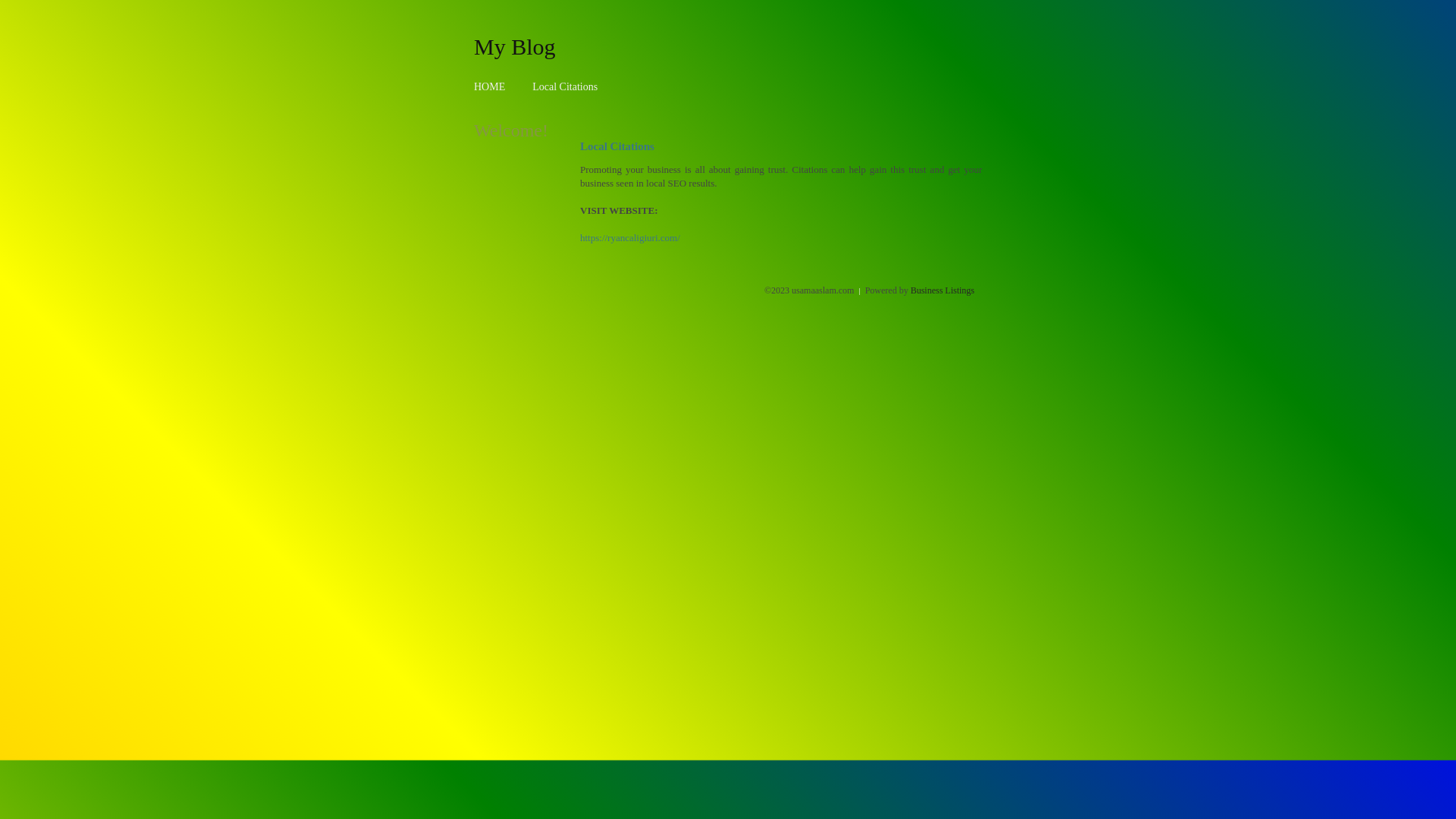 This screenshot has height=819, width=1456. What do you see at coordinates (489, 86) in the screenshot?
I see `'HOME'` at bounding box center [489, 86].